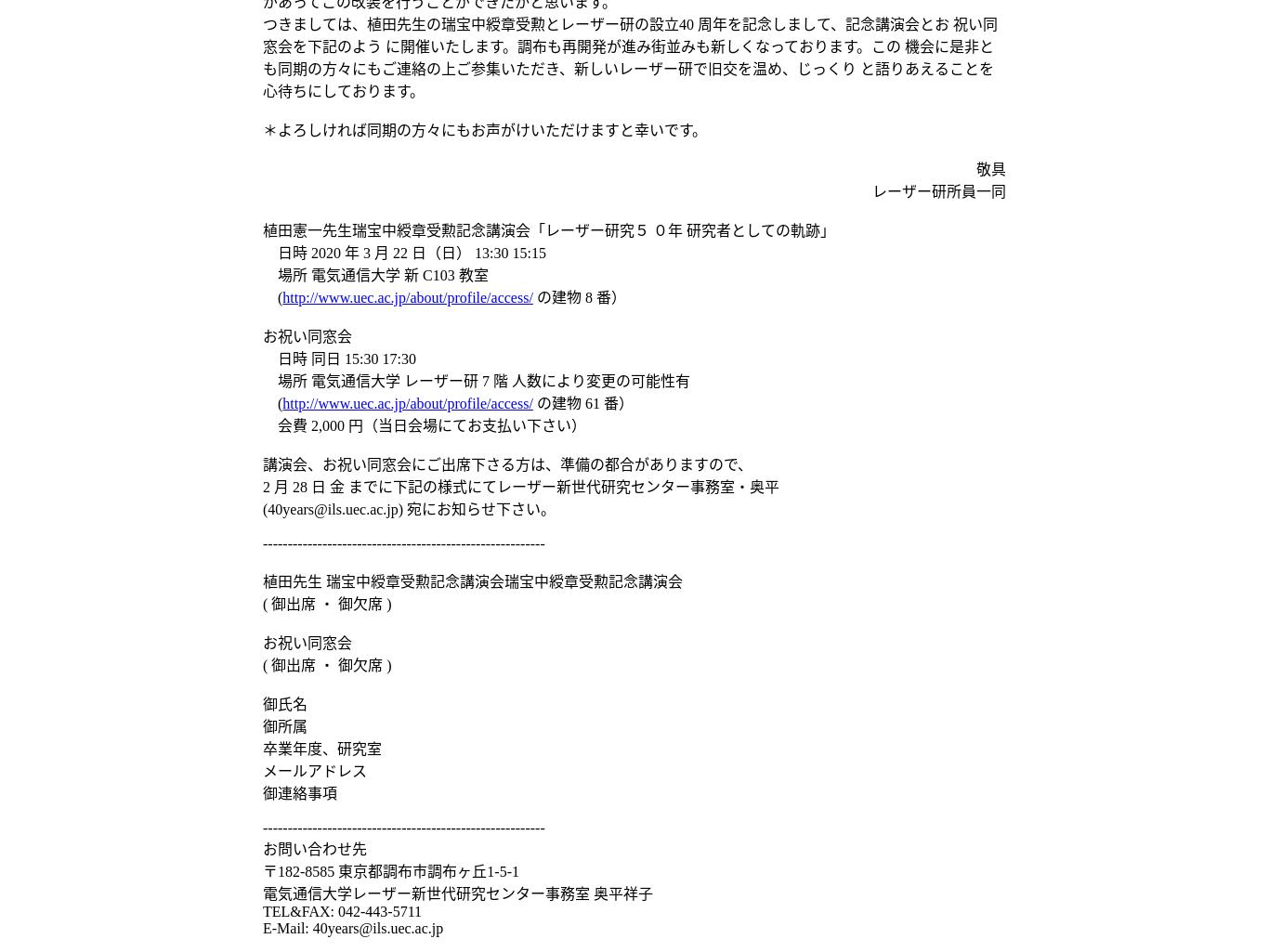  Describe the element at coordinates (337, 359) in the screenshot. I see `'日時 同日 15:30 17:30'` at that location.